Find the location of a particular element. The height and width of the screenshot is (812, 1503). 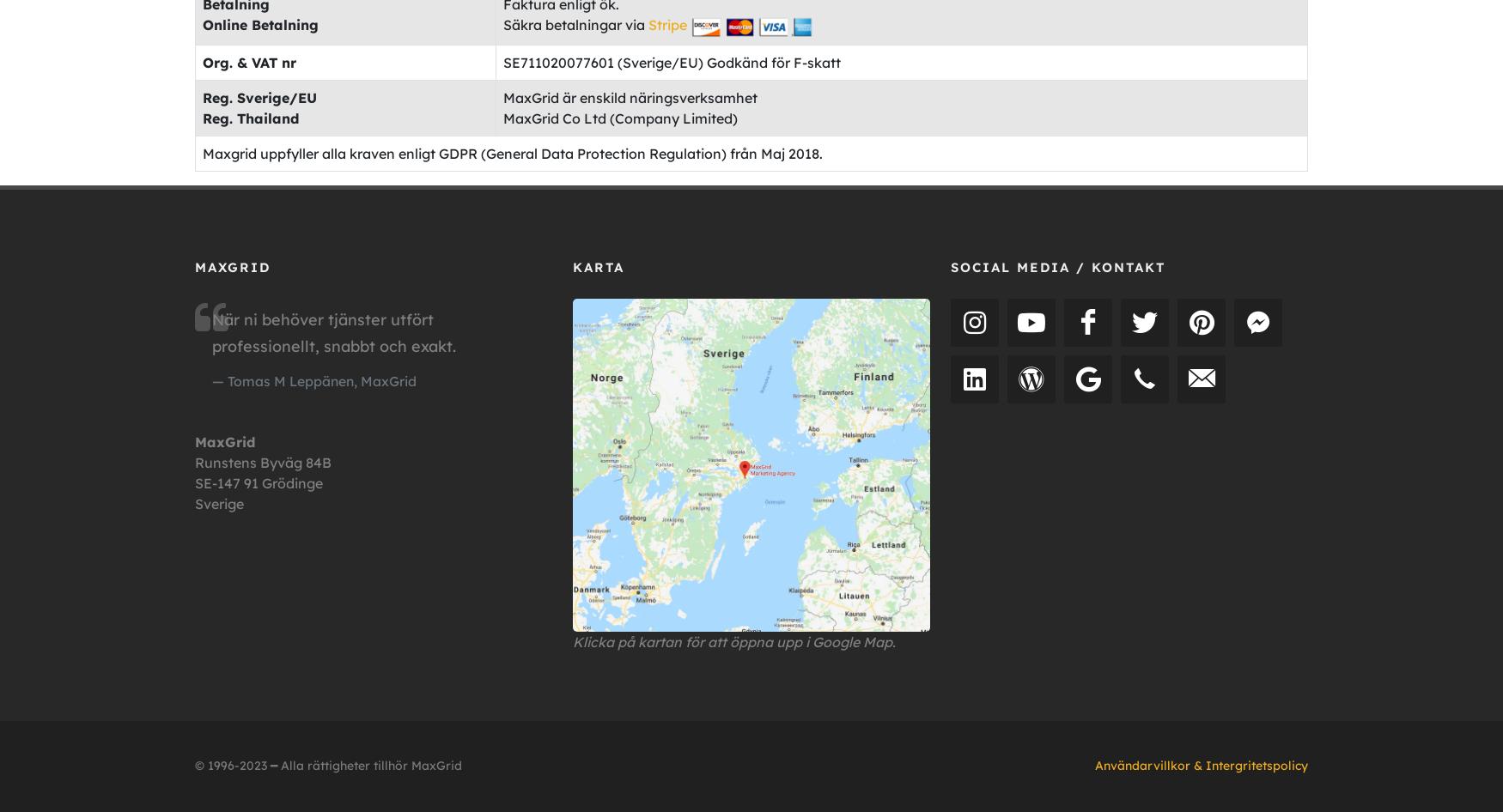

'SE711020077601 (Sverige/EU) Godkänd för F-skatt' is located at coordinates (670, 61).